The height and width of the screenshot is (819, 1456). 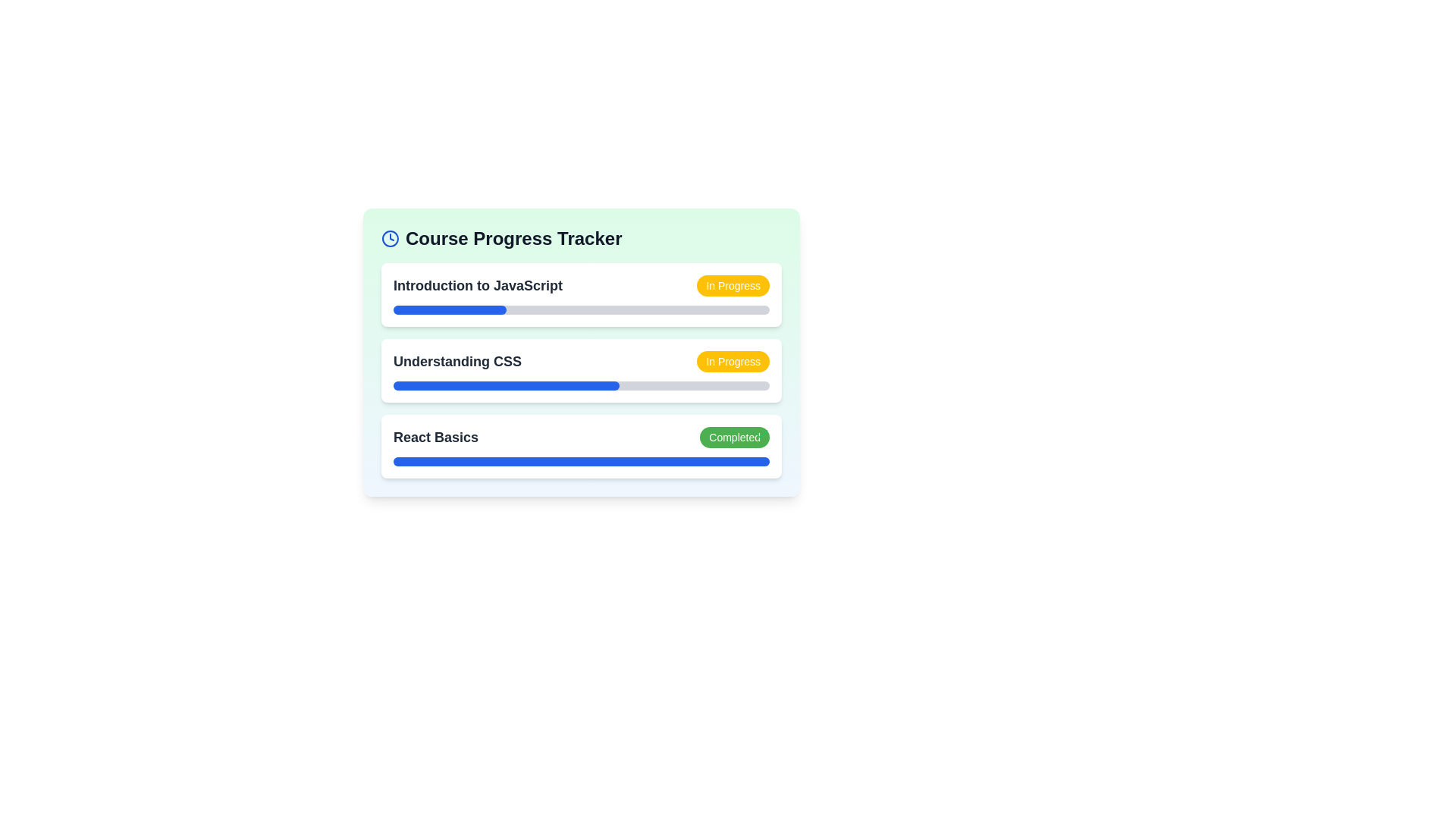 I want to click on progress details from the Progress card for the course 'Understanding CSS', which is the second card in the Course Progress Tracker section, so click(x=581, y=371).